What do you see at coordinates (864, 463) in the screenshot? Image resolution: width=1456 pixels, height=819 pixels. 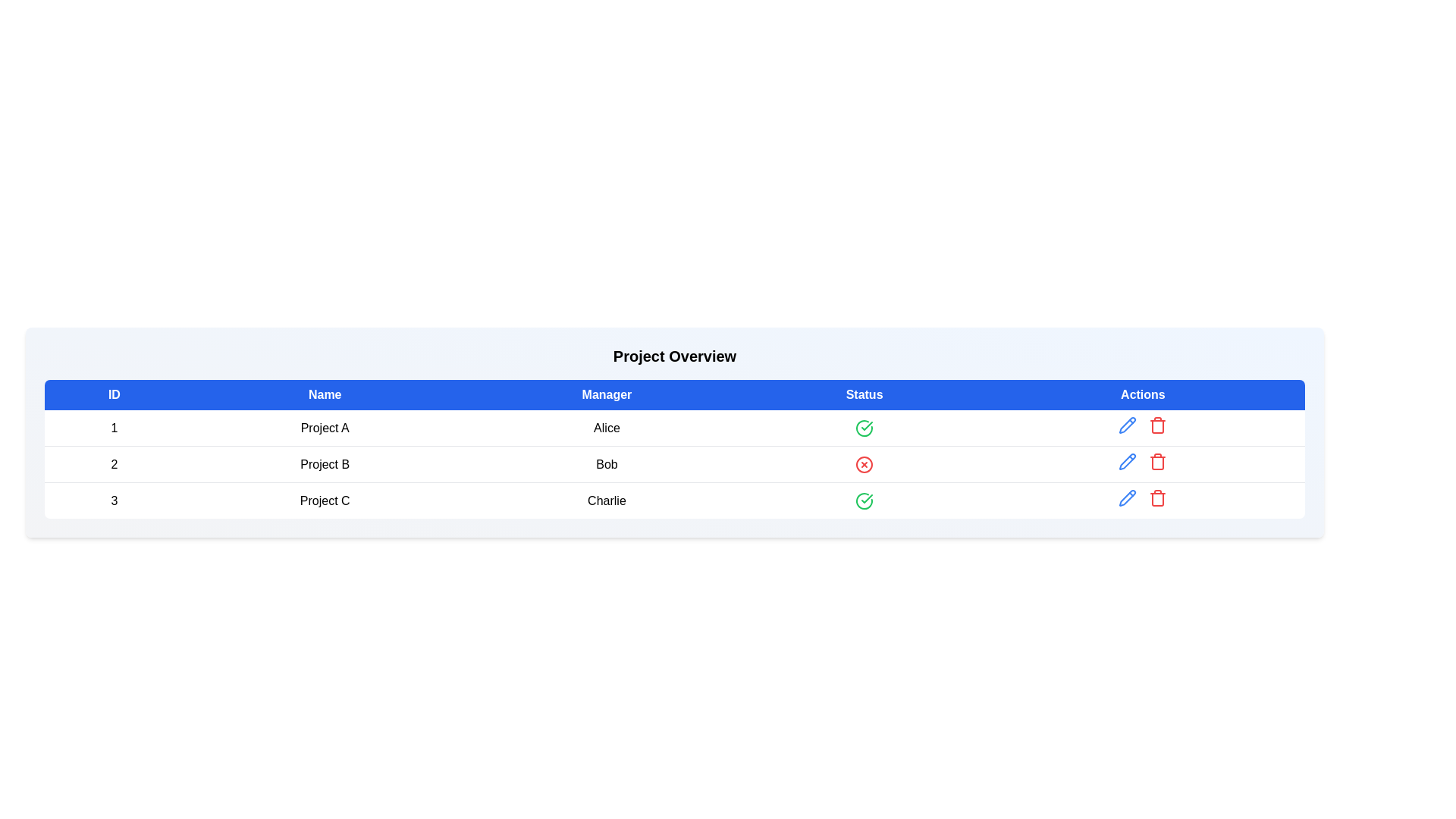 I see `the negative status icon in the 'Status' column for 'Project B' managed by 'Bob', located between the 'Manager' and 'Actions' columns` at bounding box center [864, 463].